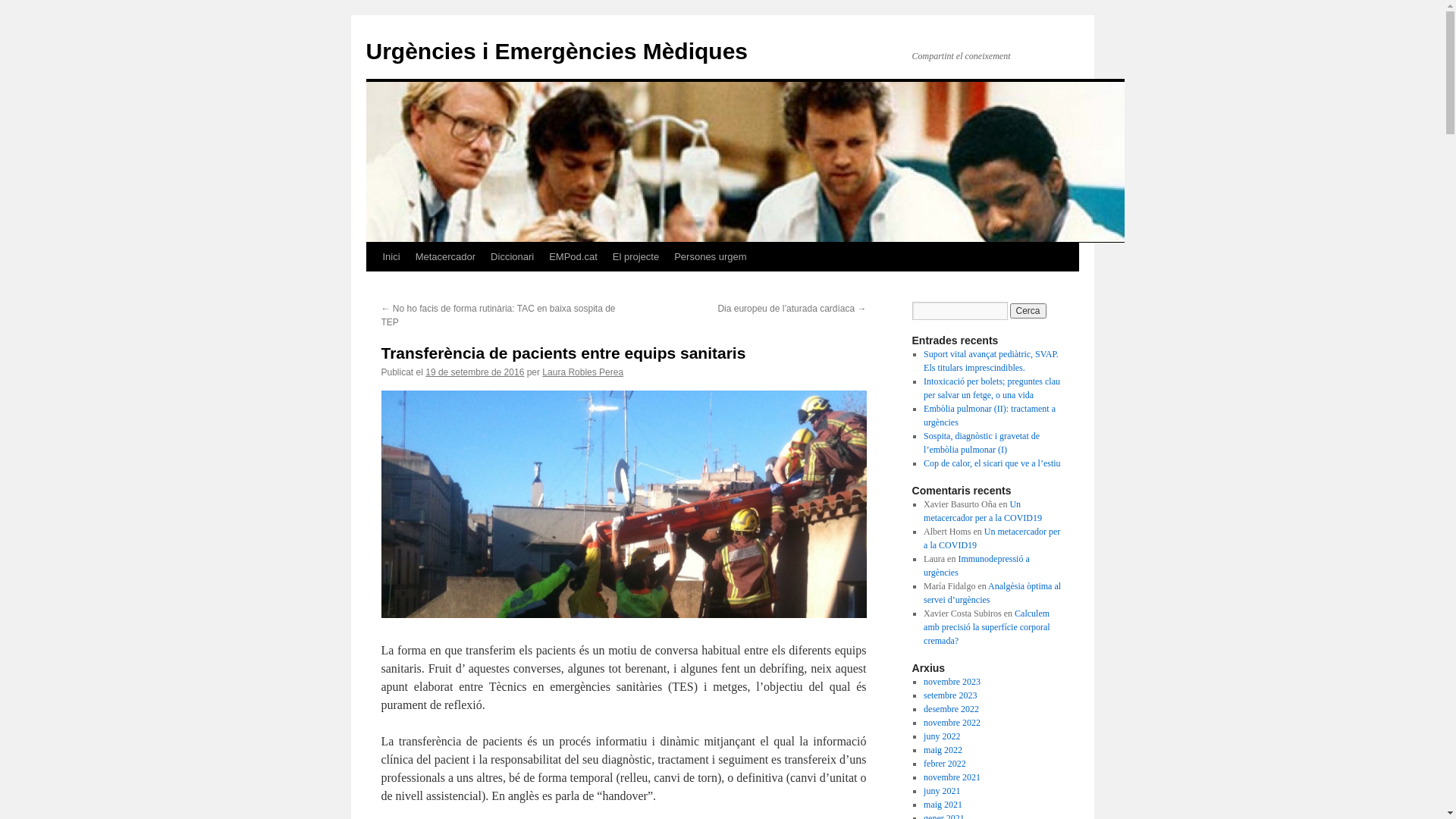  What do you see at coordinates (473, 372) in the screenshot?
I see `'19 de setembre de 2016'` at bounding box center [473, 372].